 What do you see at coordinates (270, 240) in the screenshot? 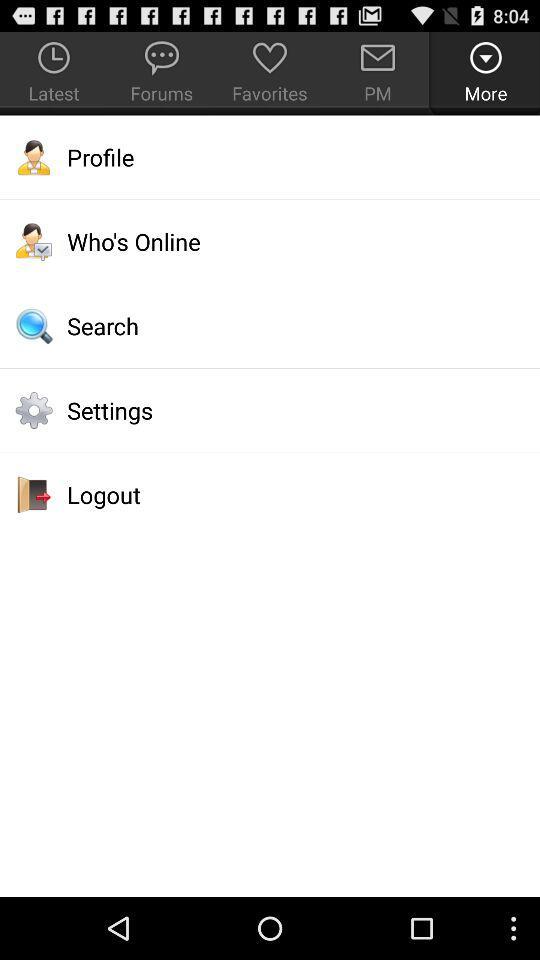
I see `app above   search item` at bounding box center [270, 240].